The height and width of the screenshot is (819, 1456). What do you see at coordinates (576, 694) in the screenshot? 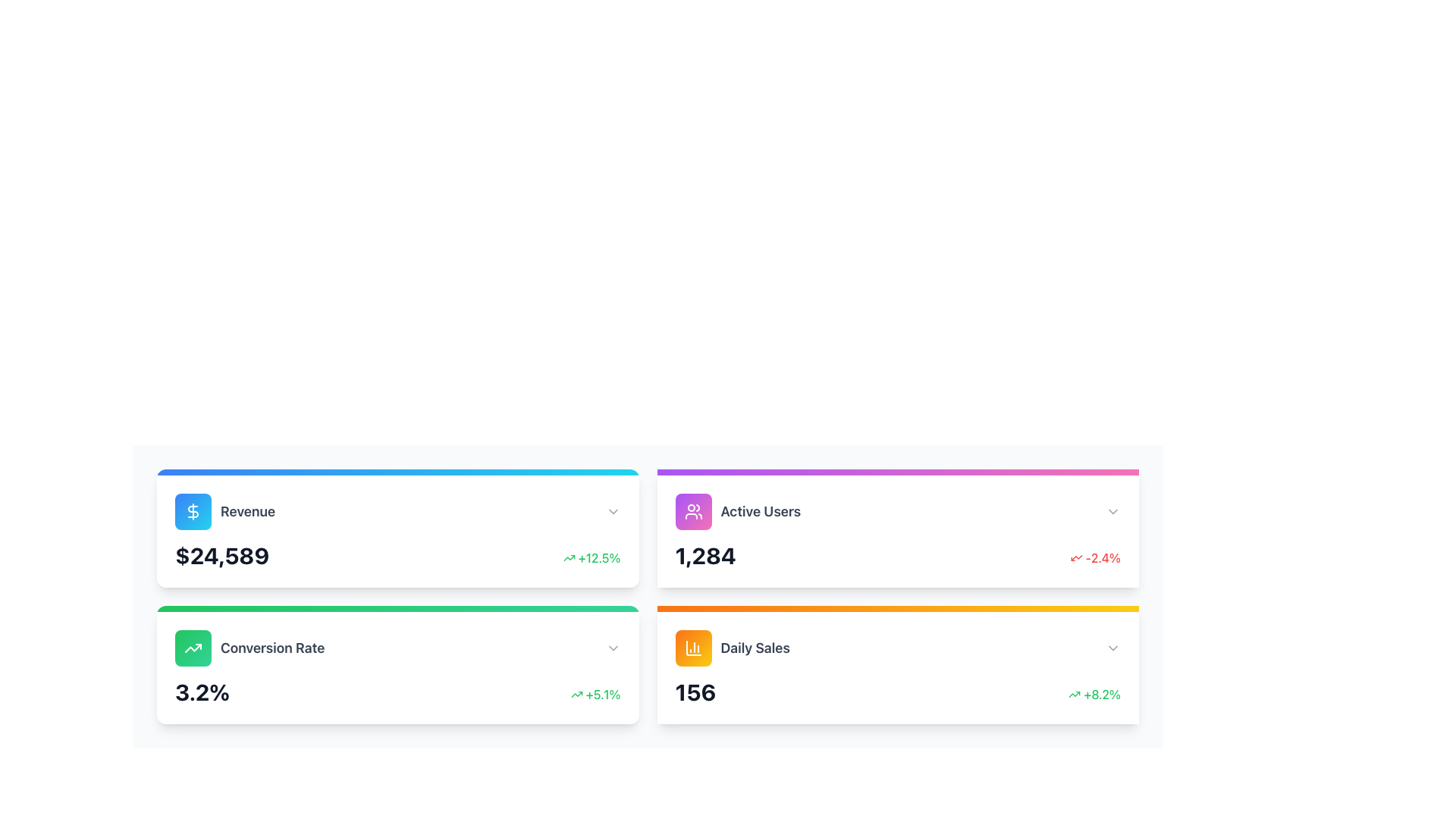
I see `the arrow icon representing a positive trend, which is located to the left of the '+5.1%' text in the green-themed value indicator of the bottom-left card labeled 'Conversion Rate'` at bounding box center [576, 694].